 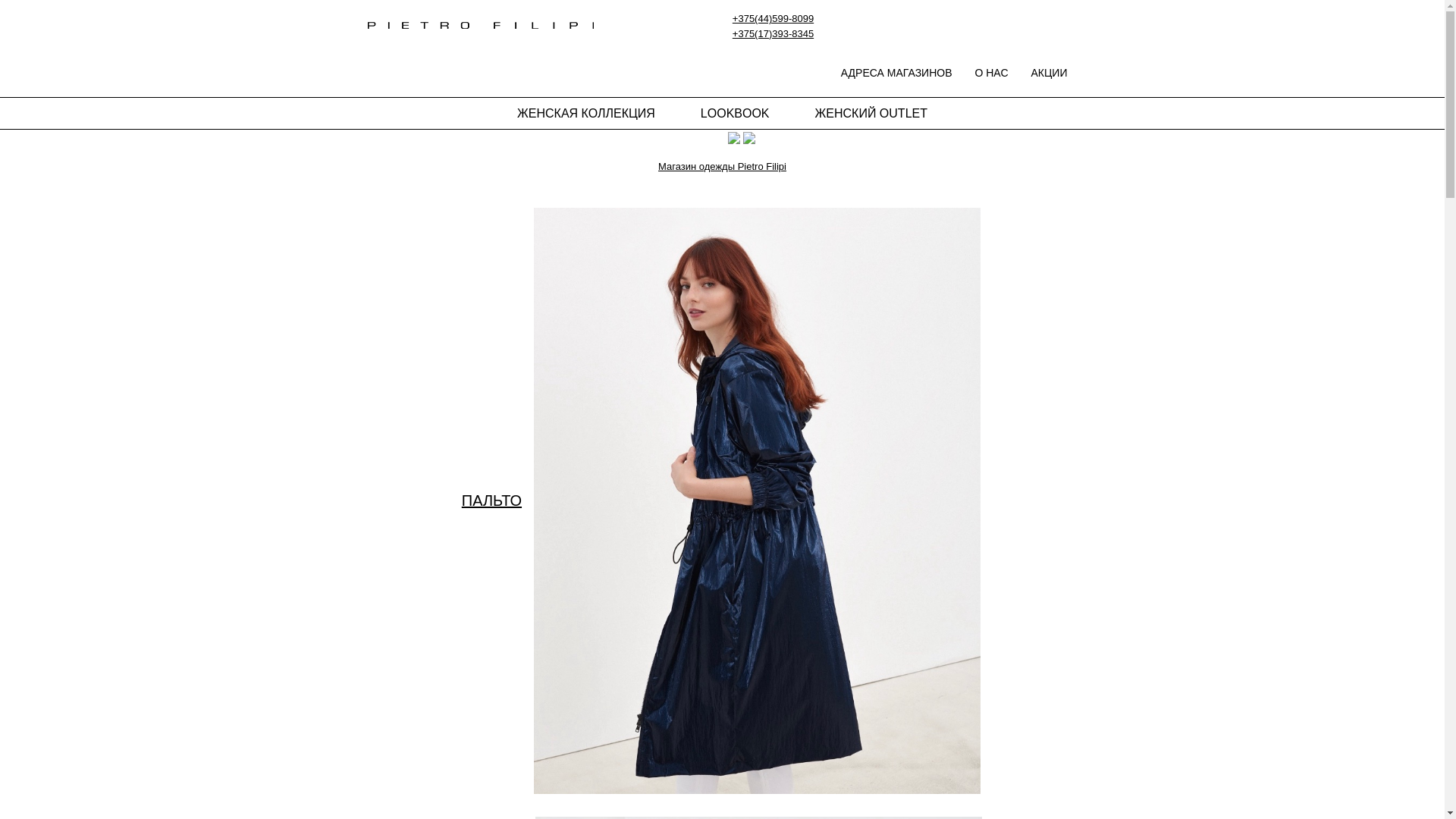 What do you see at coordinates (732, 18) in the screenshot?
I see `'+375(44)599-8099'` at bounding box center [732, 18].